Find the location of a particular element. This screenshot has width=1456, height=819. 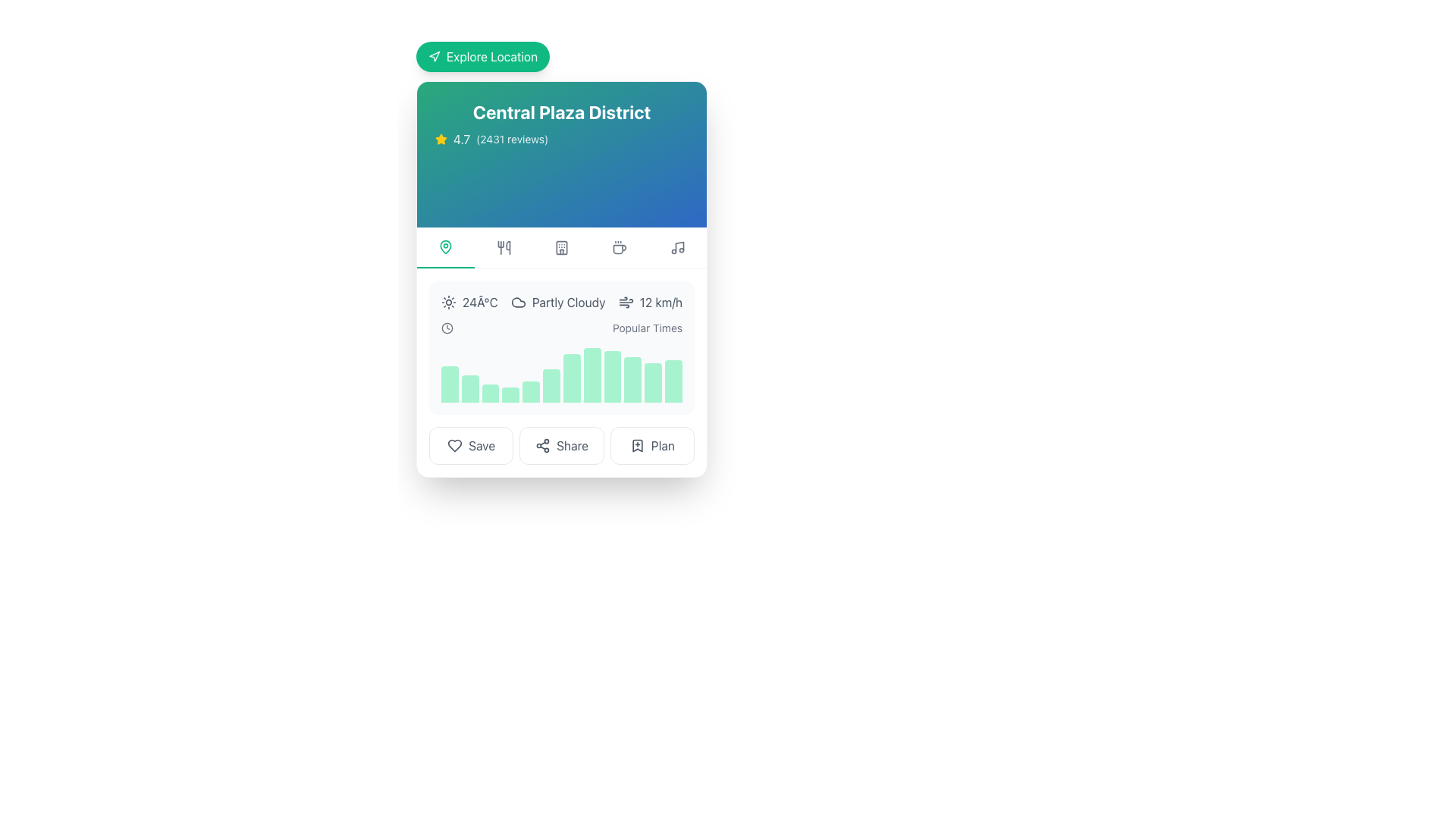

the star icon, which is styled with a yellow fill and located to the left of the textual rating value '4.7' and review count '(2431 reviews)', within the rating display area is located at coordinates (440, 140).